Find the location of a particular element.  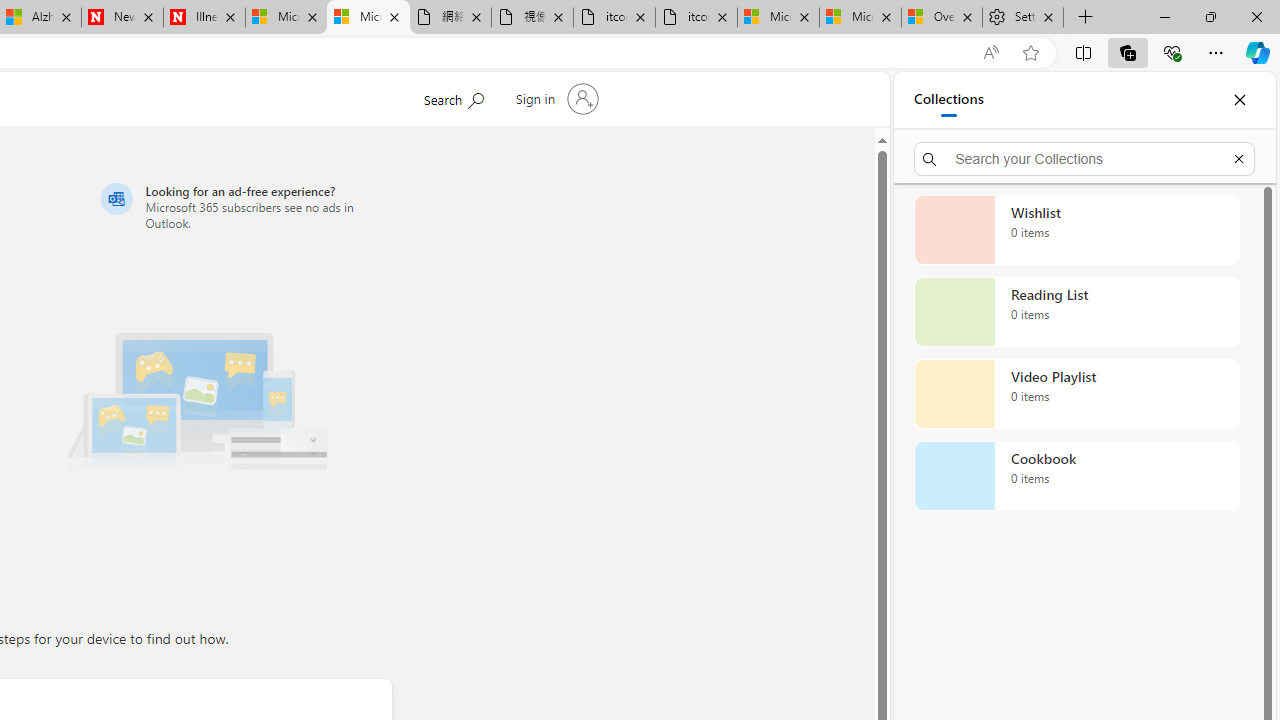

'Illness news & latest pictures from Newsweek.com' is located at coordinates (204, 17).